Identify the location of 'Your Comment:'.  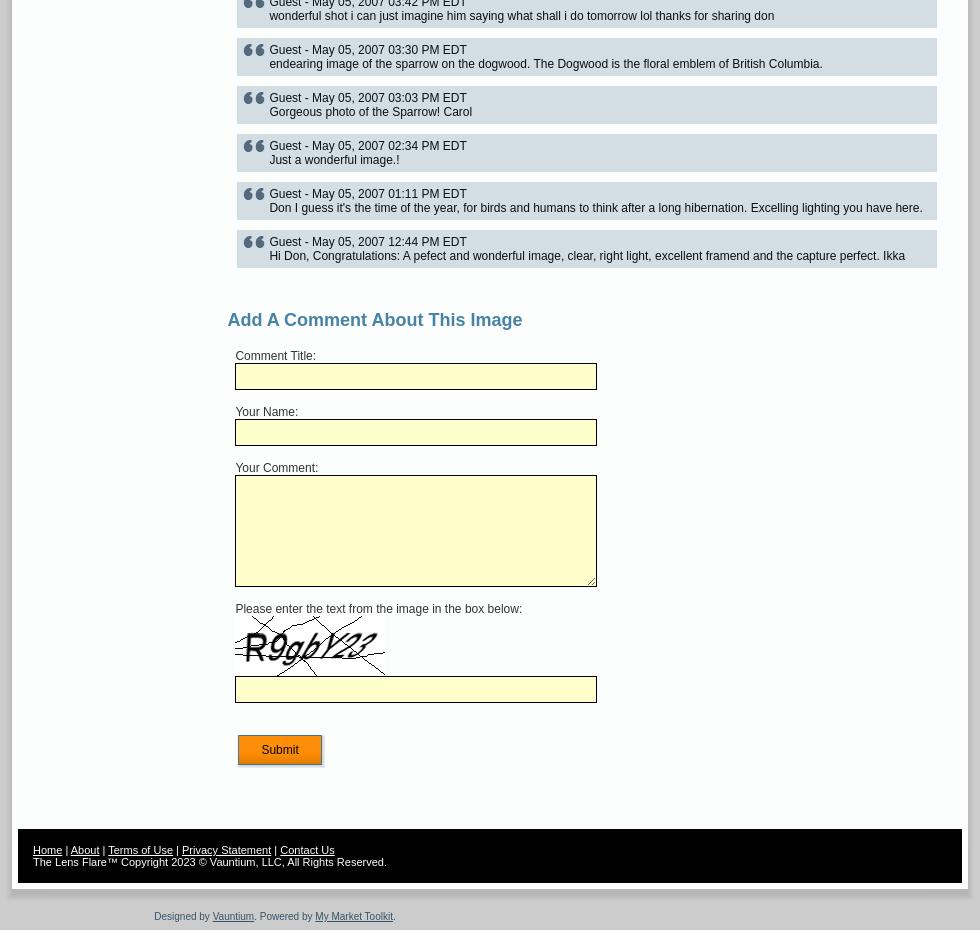
(235, 466).